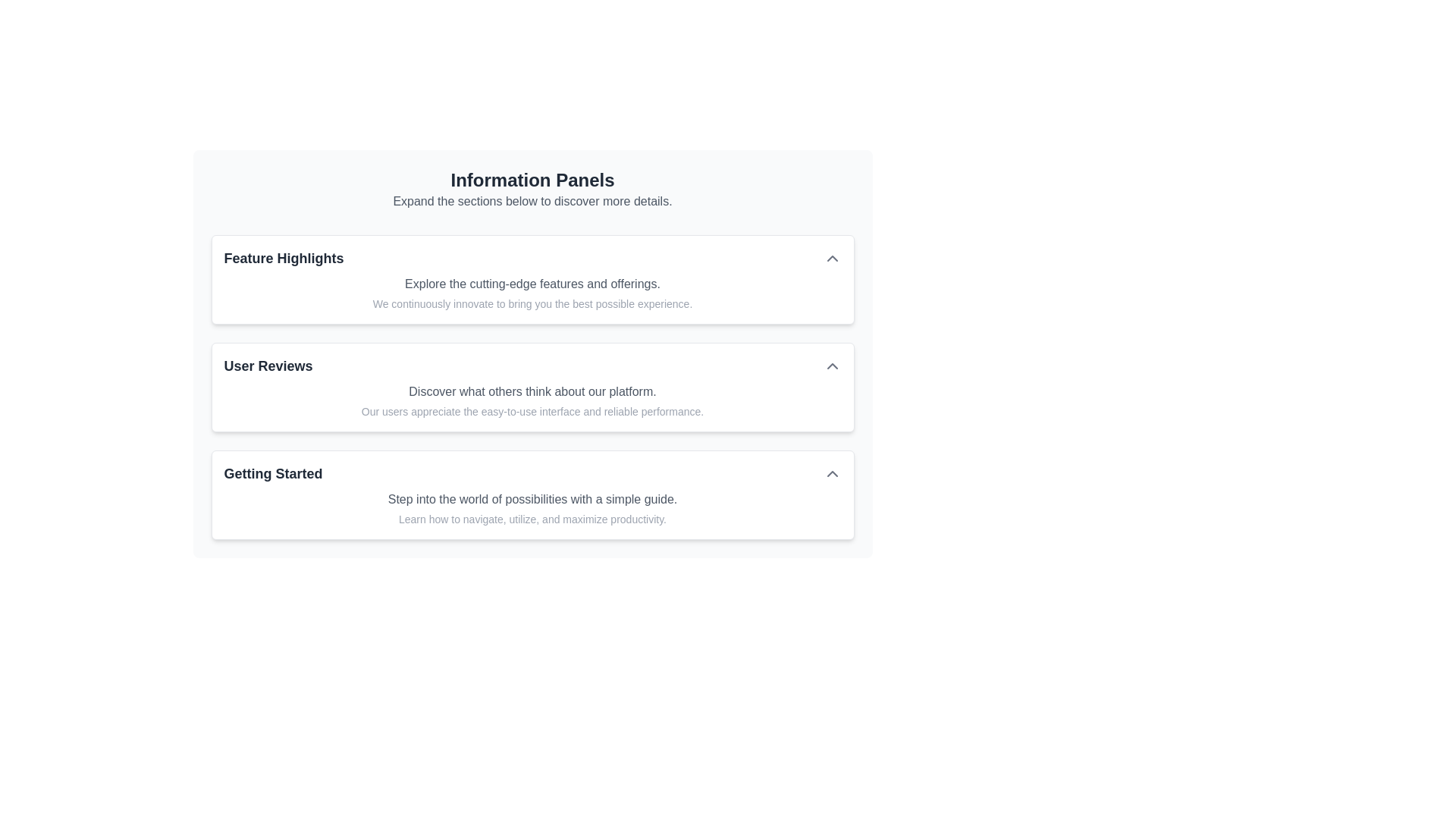 This screenshot has height=819, width=1456. Describe the element at coordinates (268, 366) in the screenshot. I see `the text label displaying 'User Reviews' in bold font located in the 'Information Panels' section, specifically in the second section` at that location.